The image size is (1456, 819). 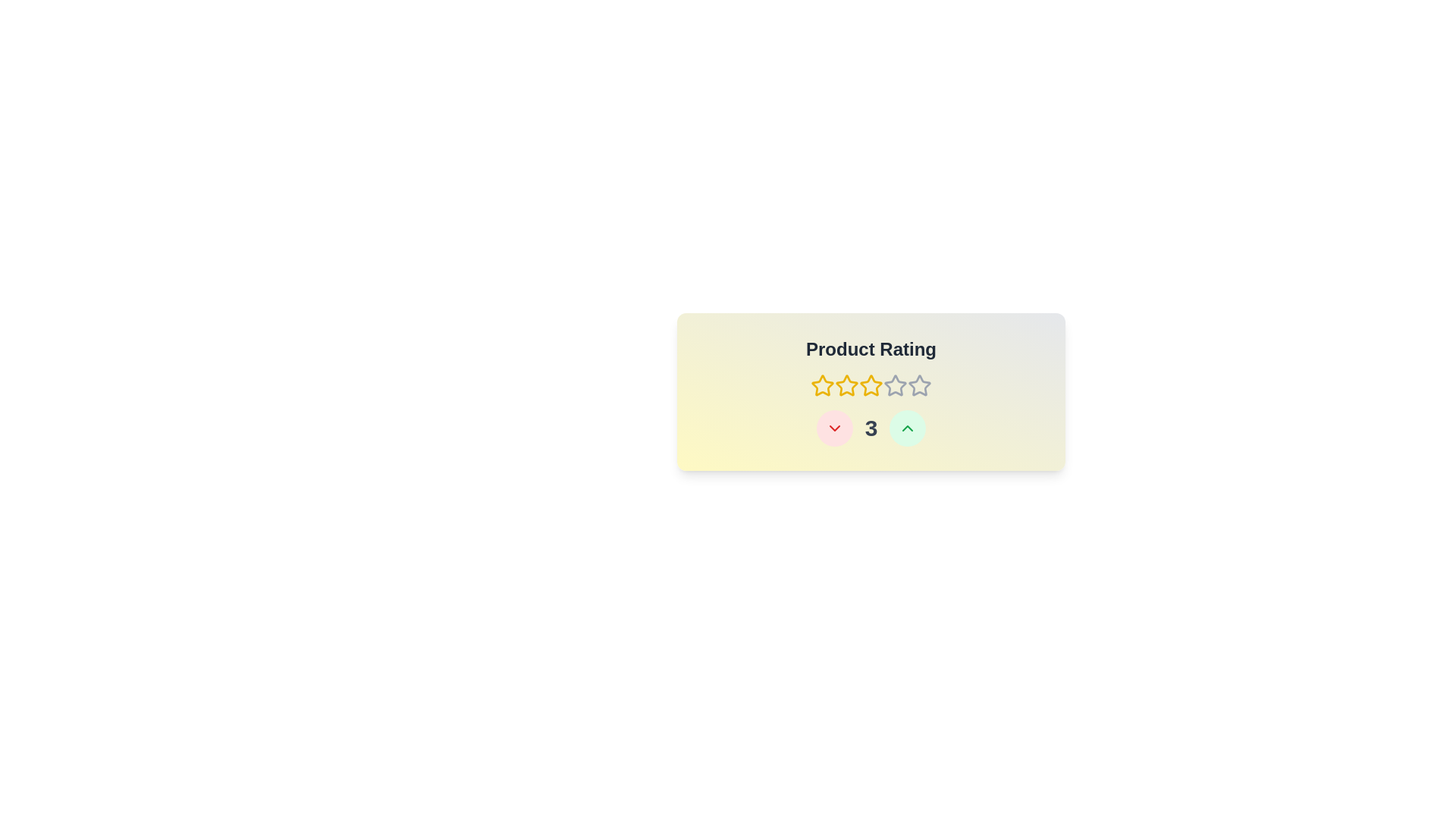 What do you see at coordinates (833, 428) in the screenshot?
I see `the downward-pointing chevron icon within the button located to the left of the numeric display labeled '3' in the compact rating interface` at bounding box center [833, 428].